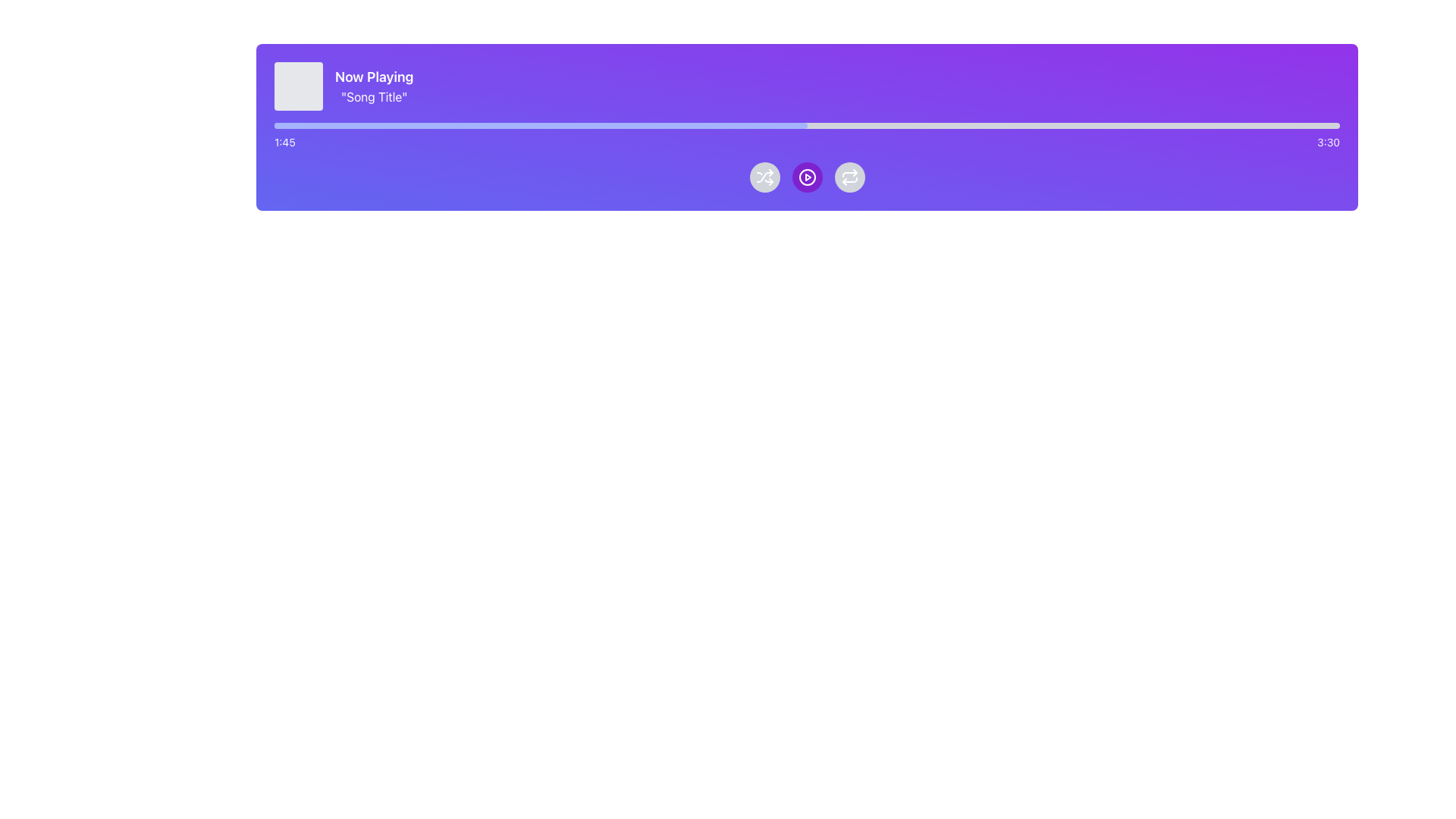 This screenshot has width=1456, height=819. What do you see at coordinates (933, 124) in the screenshot?
I see `the slider` at bounding box center [933, 124].